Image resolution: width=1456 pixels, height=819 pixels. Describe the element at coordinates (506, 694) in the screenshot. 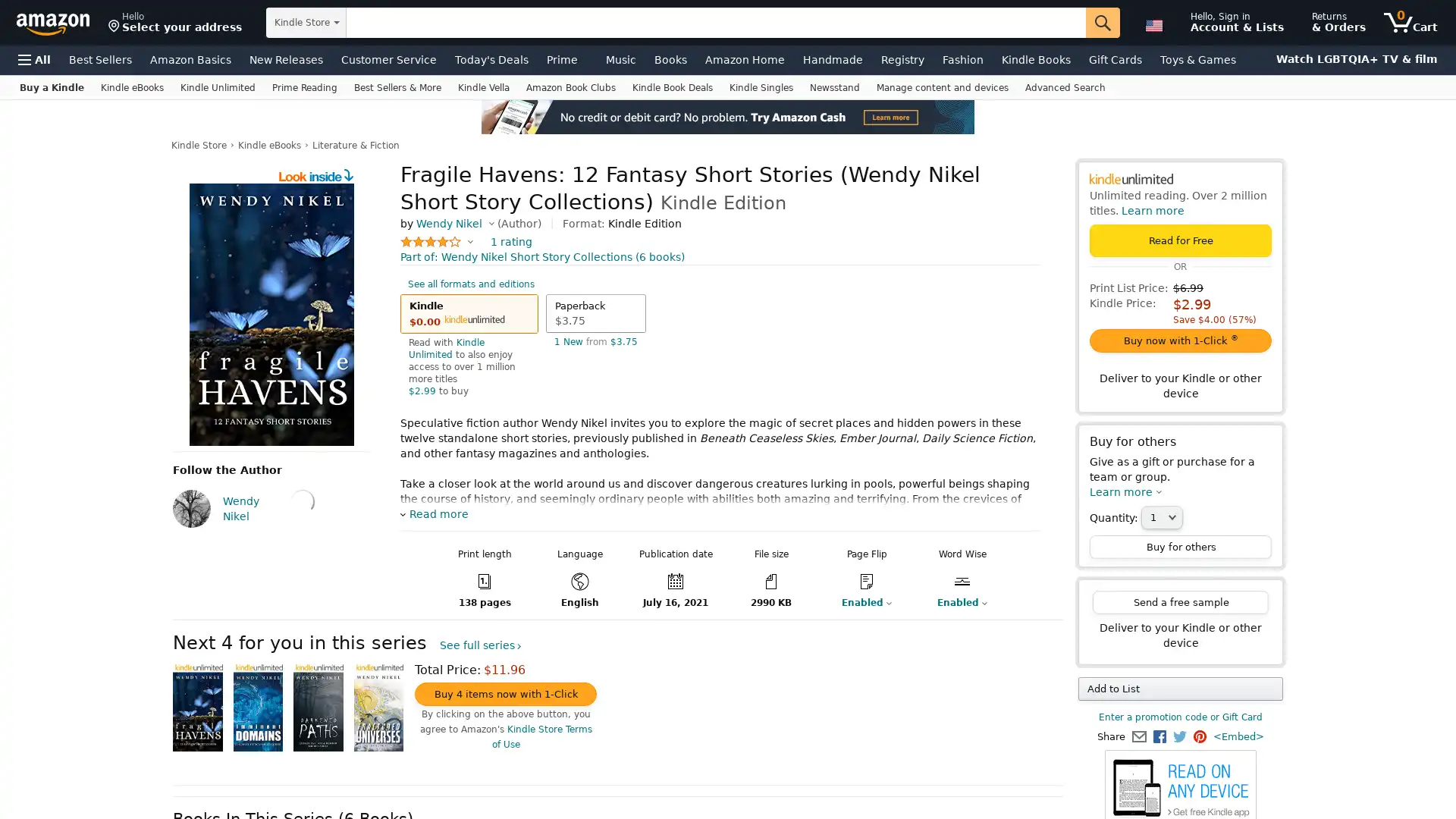

I see `Buy 4 items now with 1-Click` at that location.